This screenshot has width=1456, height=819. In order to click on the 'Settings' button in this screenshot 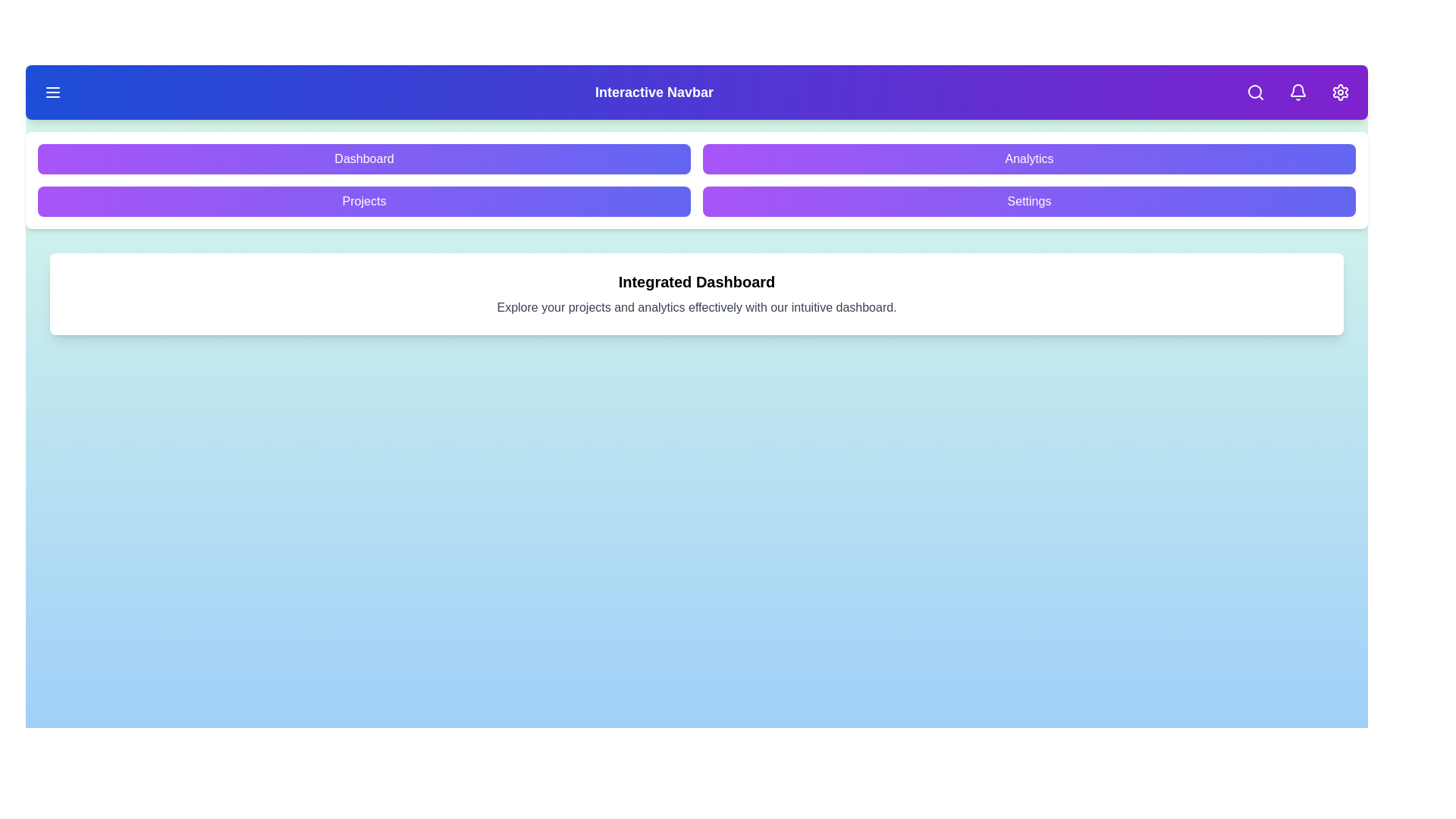, I will do `click(1029, 201)`.